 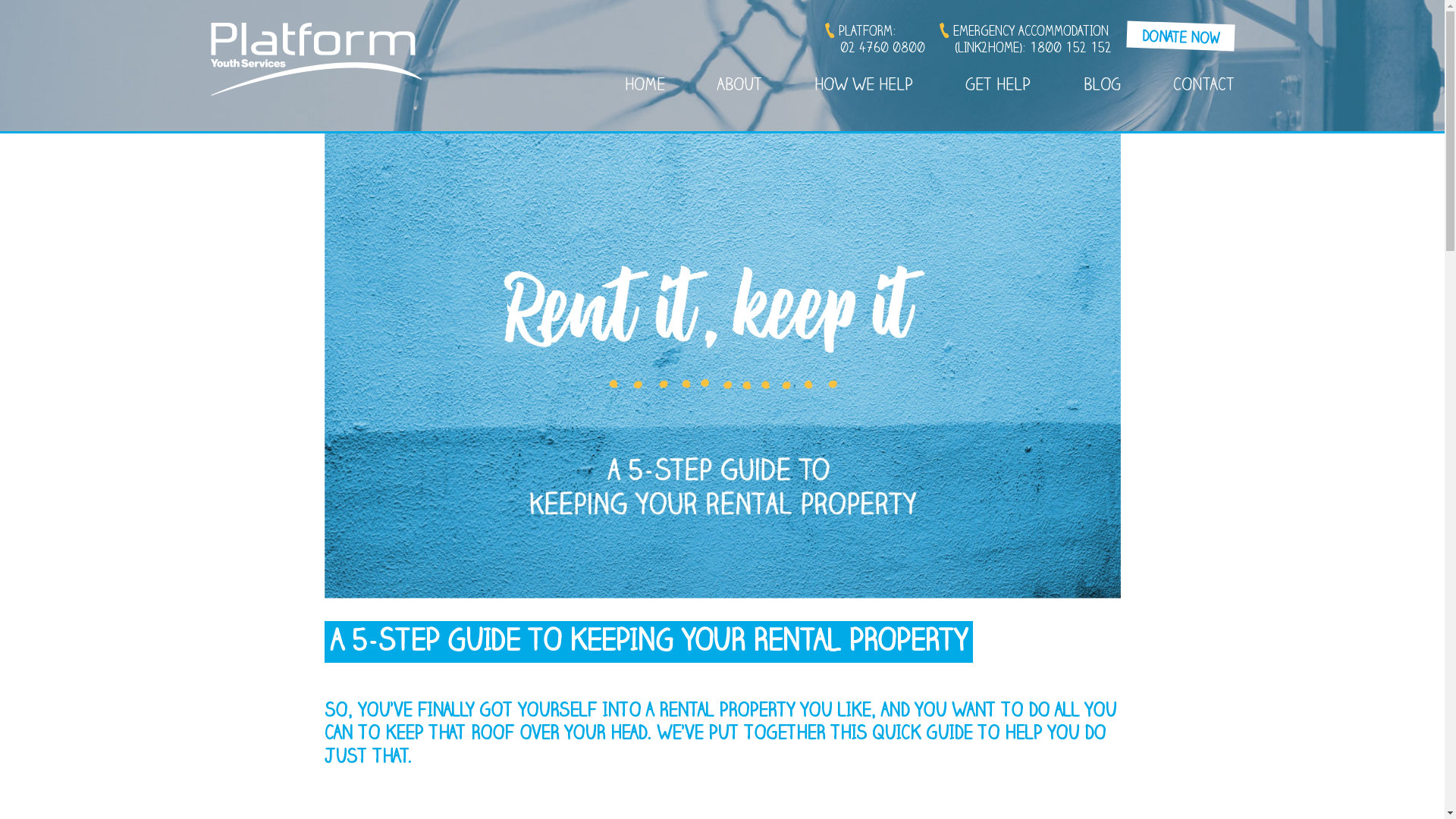 What do you see at coordinates (645, 87) in the screenshot?
I see `'HOME'` at bounding box center [645, 87].